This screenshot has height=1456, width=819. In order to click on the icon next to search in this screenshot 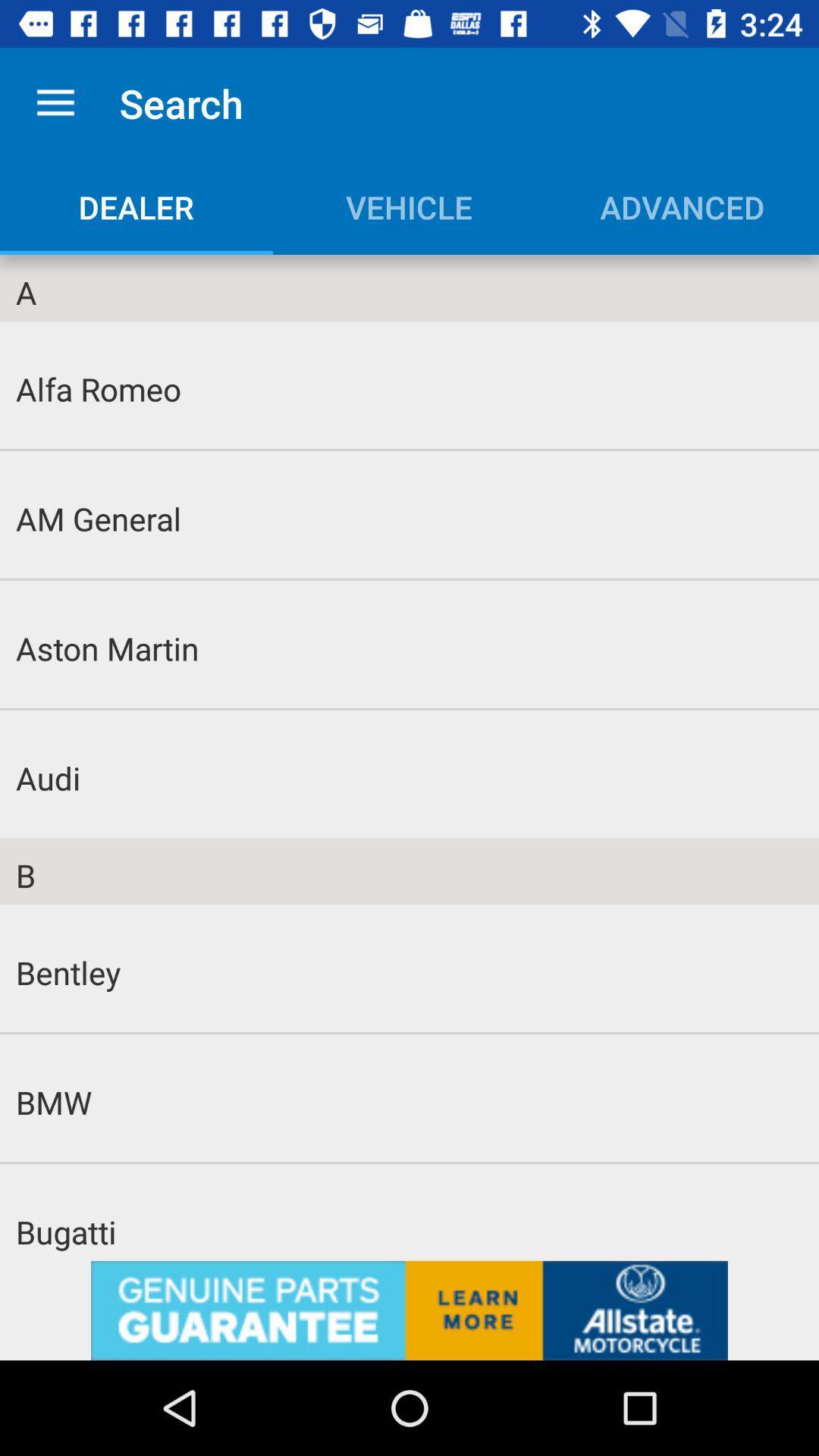, I will do `click(55, 102)`.